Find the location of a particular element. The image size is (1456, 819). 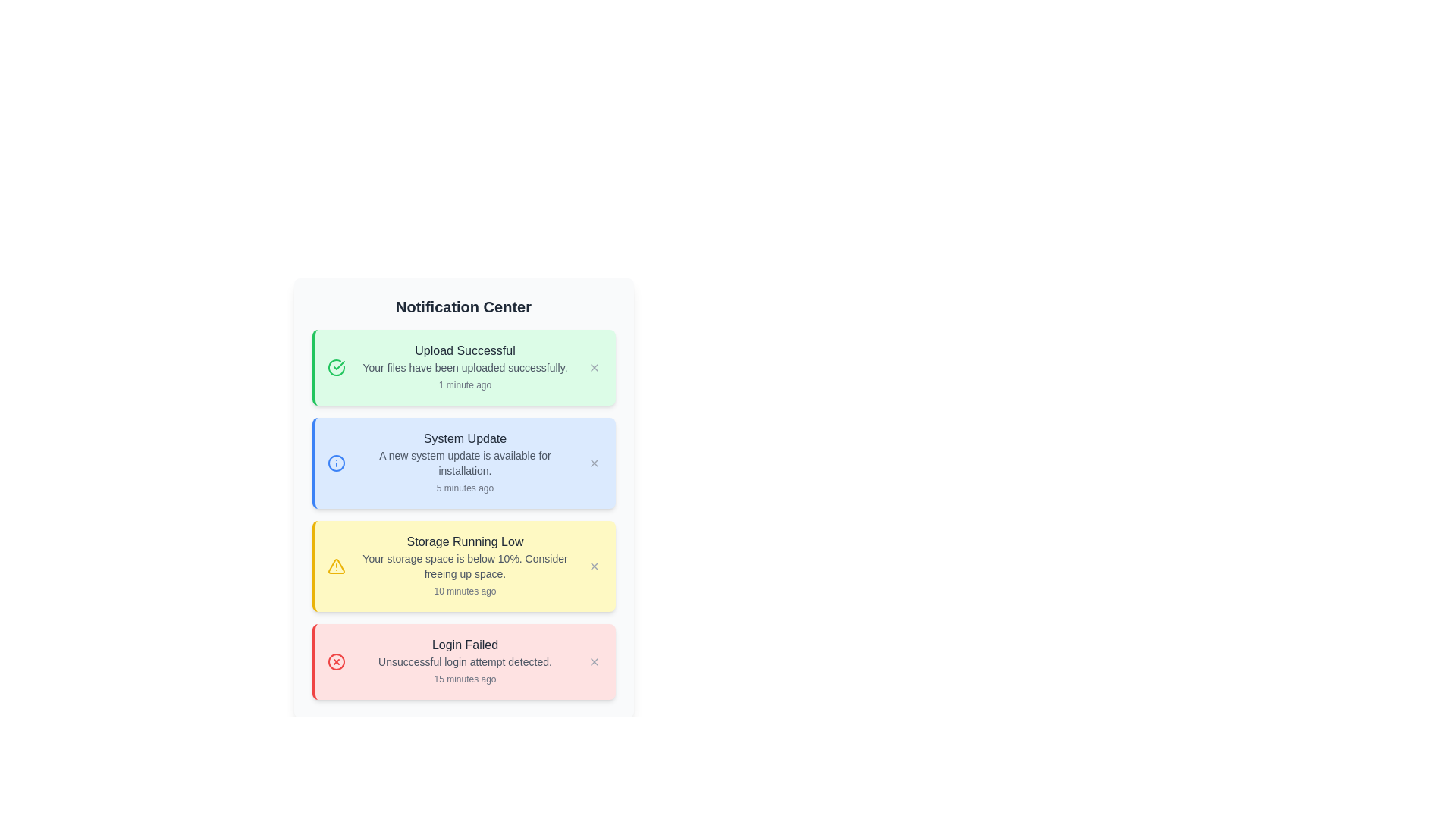

the circular graphical component of the information icon in the second notification card titled 'System Update' within the notification panel is located at coordinates (335, 462).